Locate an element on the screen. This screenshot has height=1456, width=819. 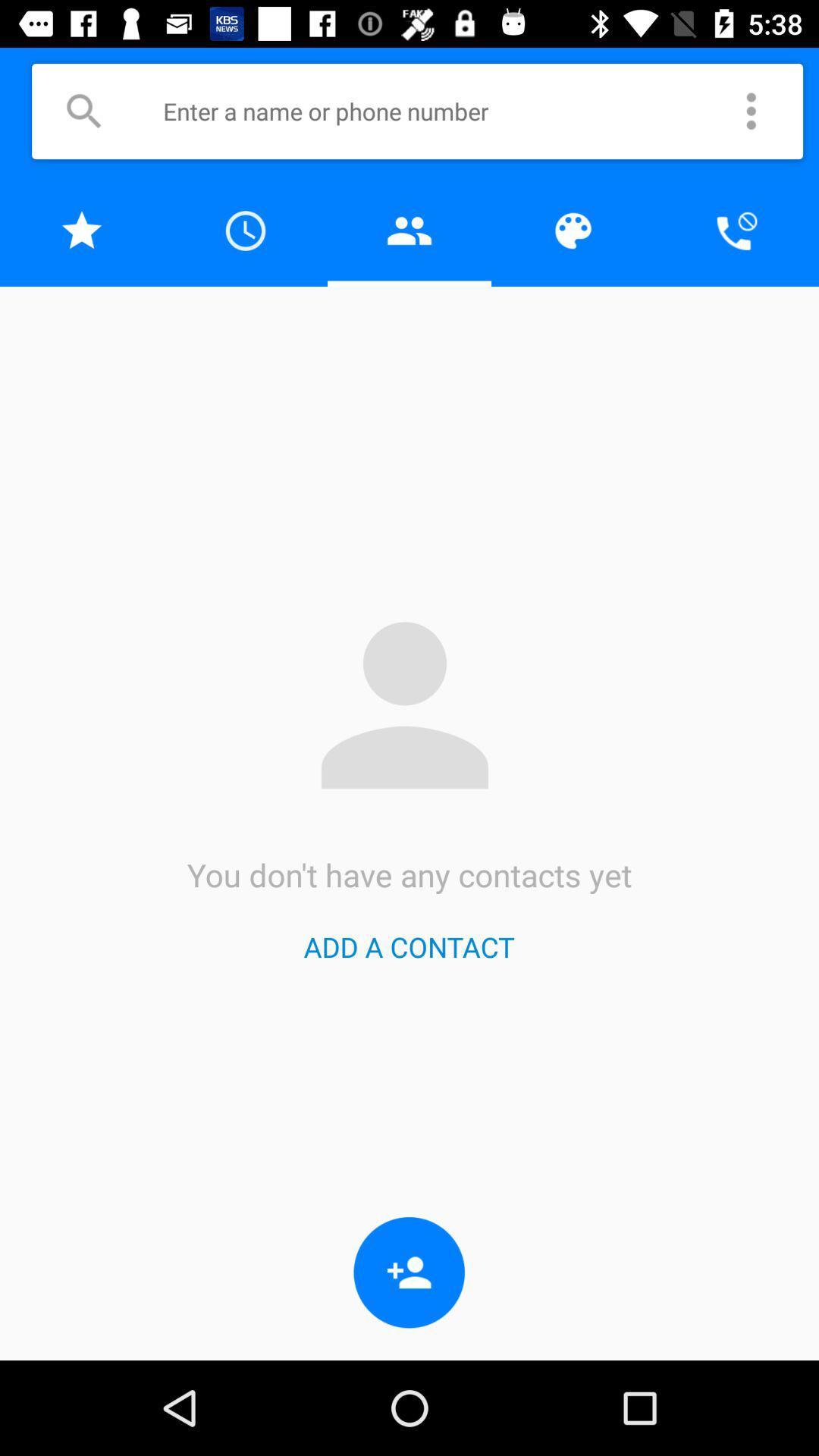
search is located at coordinates (83, 111).